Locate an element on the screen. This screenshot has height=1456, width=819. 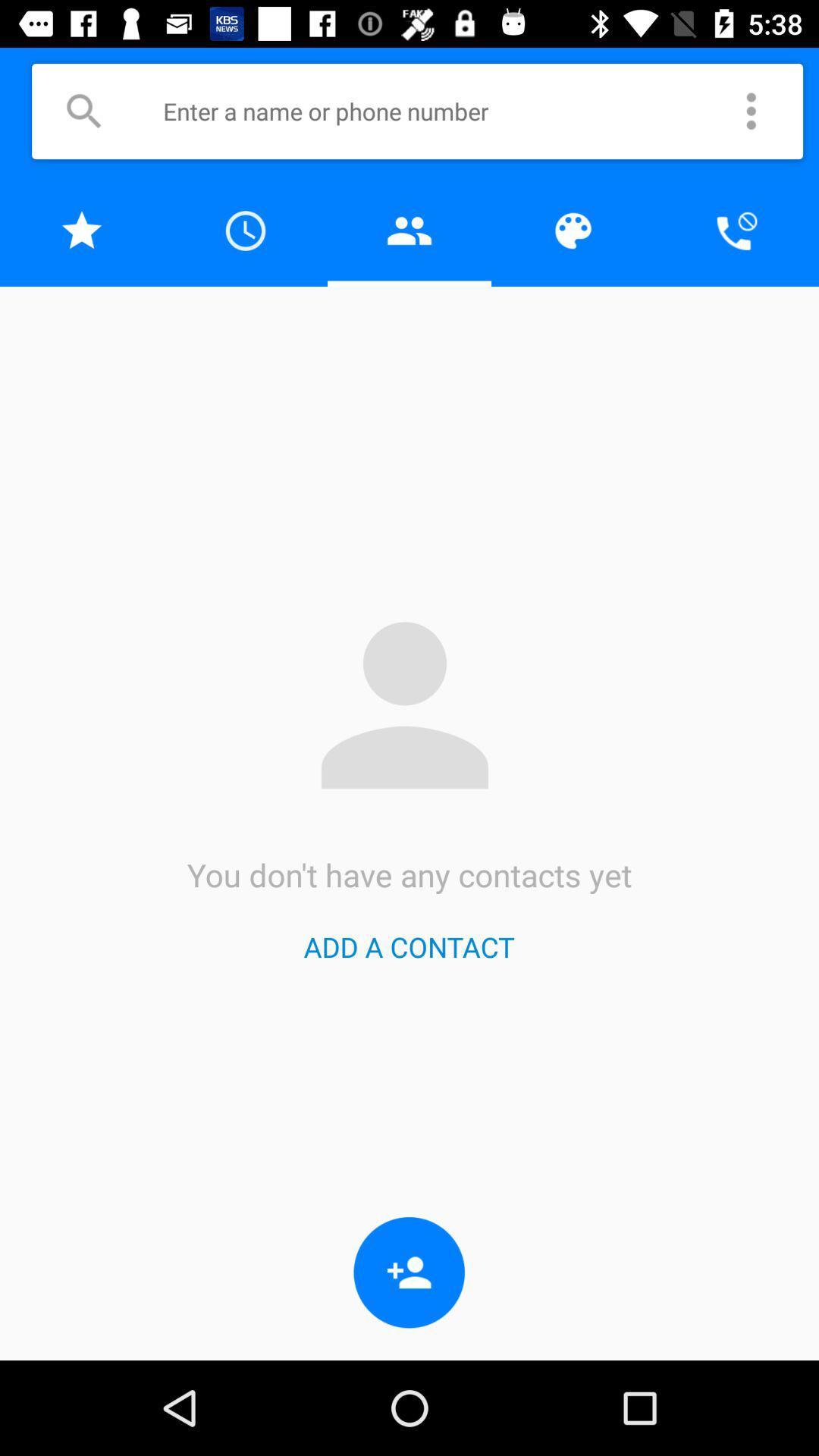
search is located at coordinates (83, 111).